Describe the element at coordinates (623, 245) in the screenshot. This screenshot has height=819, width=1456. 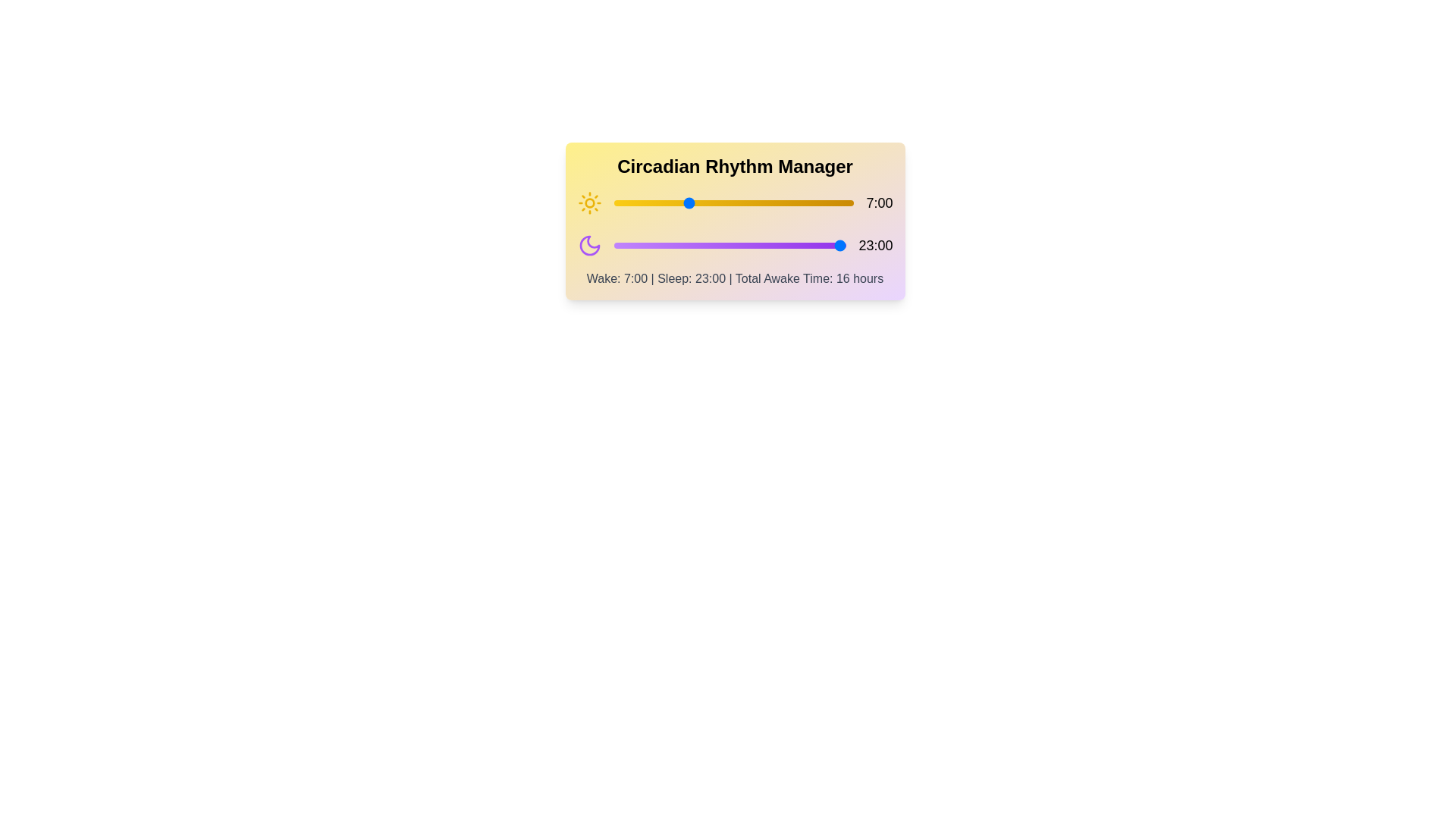
I see `the sleep hour slider to 1` at that location.